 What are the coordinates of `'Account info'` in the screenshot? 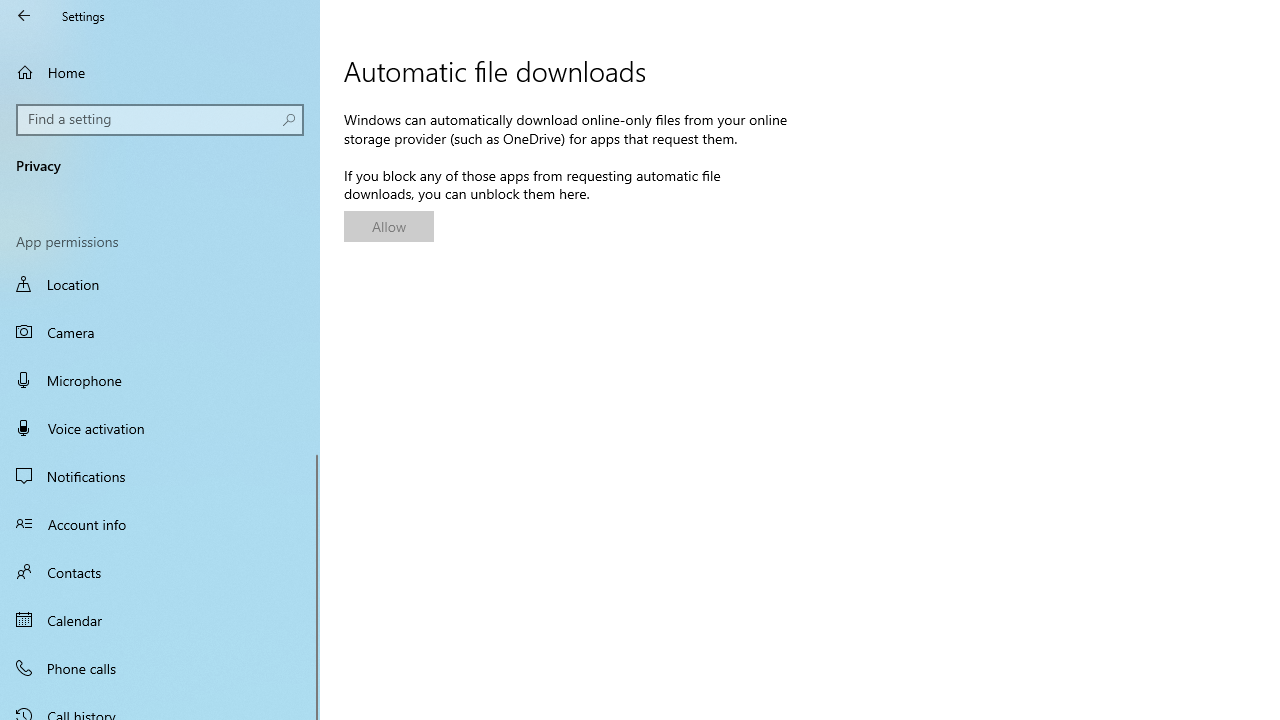 It's located at (160, 522).